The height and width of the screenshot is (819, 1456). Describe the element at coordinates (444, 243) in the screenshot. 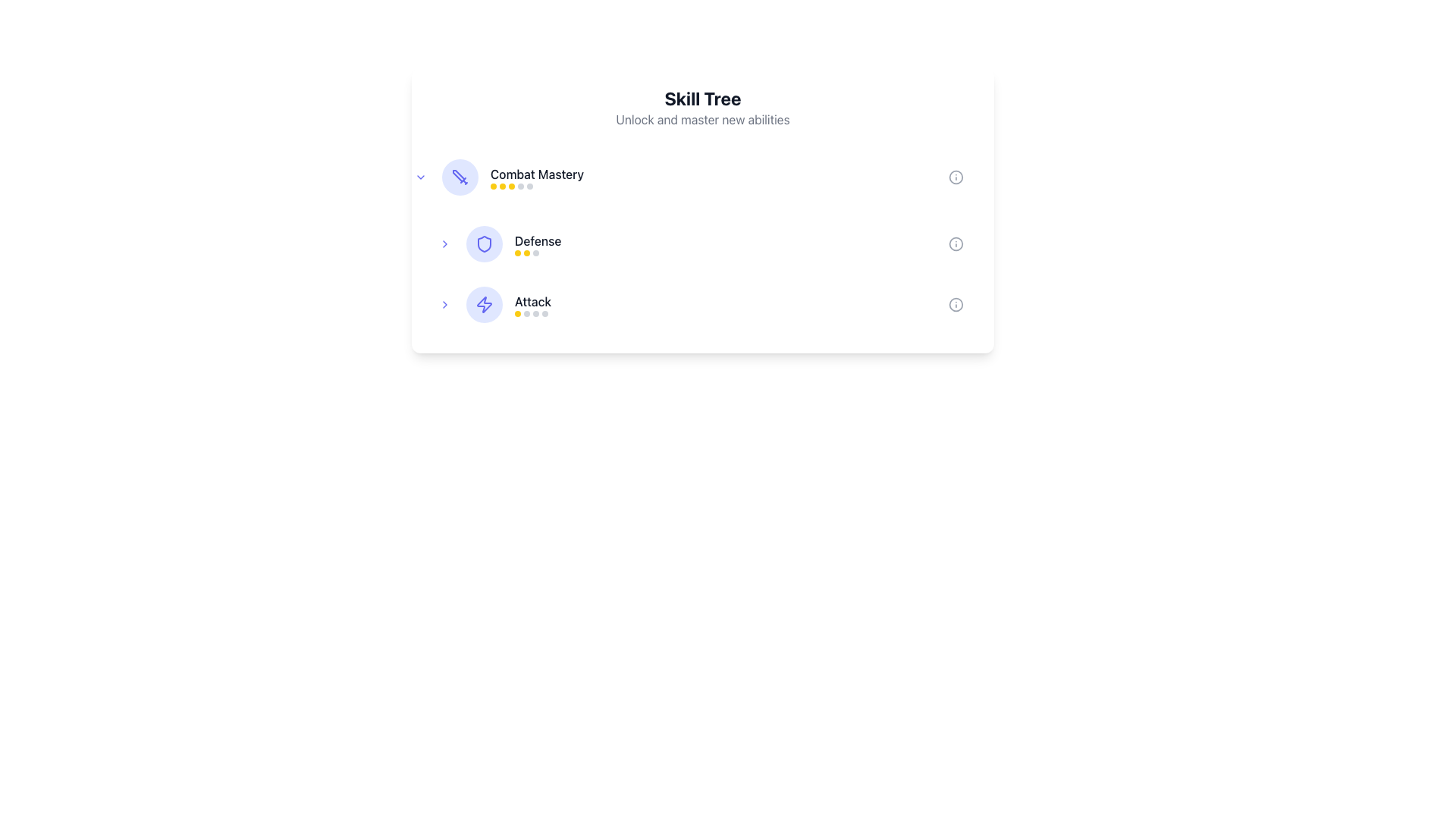

I see `the circular button icon to the left of the 'Defense' skill entry in the 'Skill Tree' to visualize interactivity` at that location.